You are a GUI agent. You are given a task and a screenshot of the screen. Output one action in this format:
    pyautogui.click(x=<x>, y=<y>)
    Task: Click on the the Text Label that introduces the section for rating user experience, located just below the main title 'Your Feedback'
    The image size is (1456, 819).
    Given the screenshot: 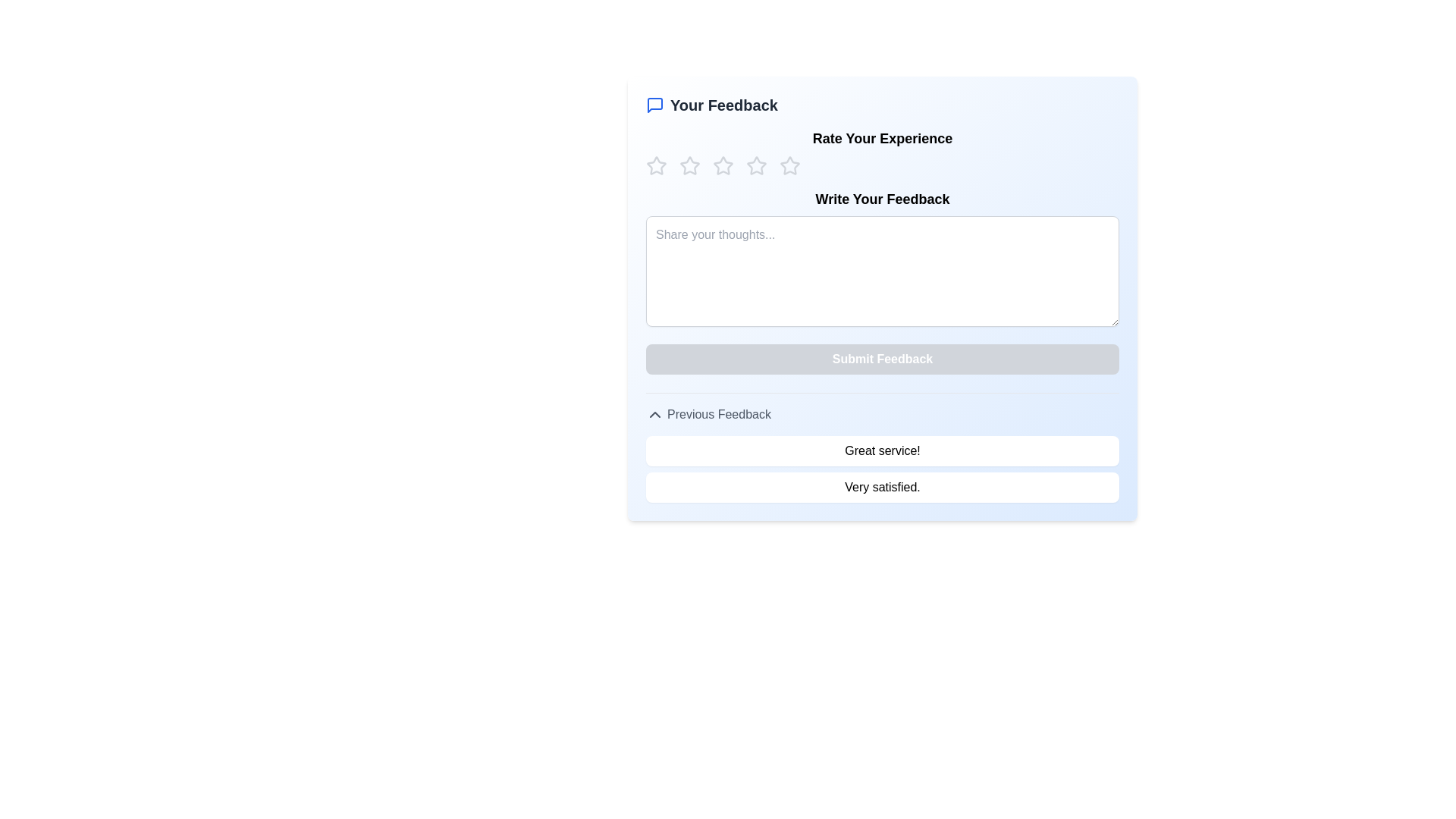 What is the action you would take?
    pyautogui.click(x=882, y=138)
    